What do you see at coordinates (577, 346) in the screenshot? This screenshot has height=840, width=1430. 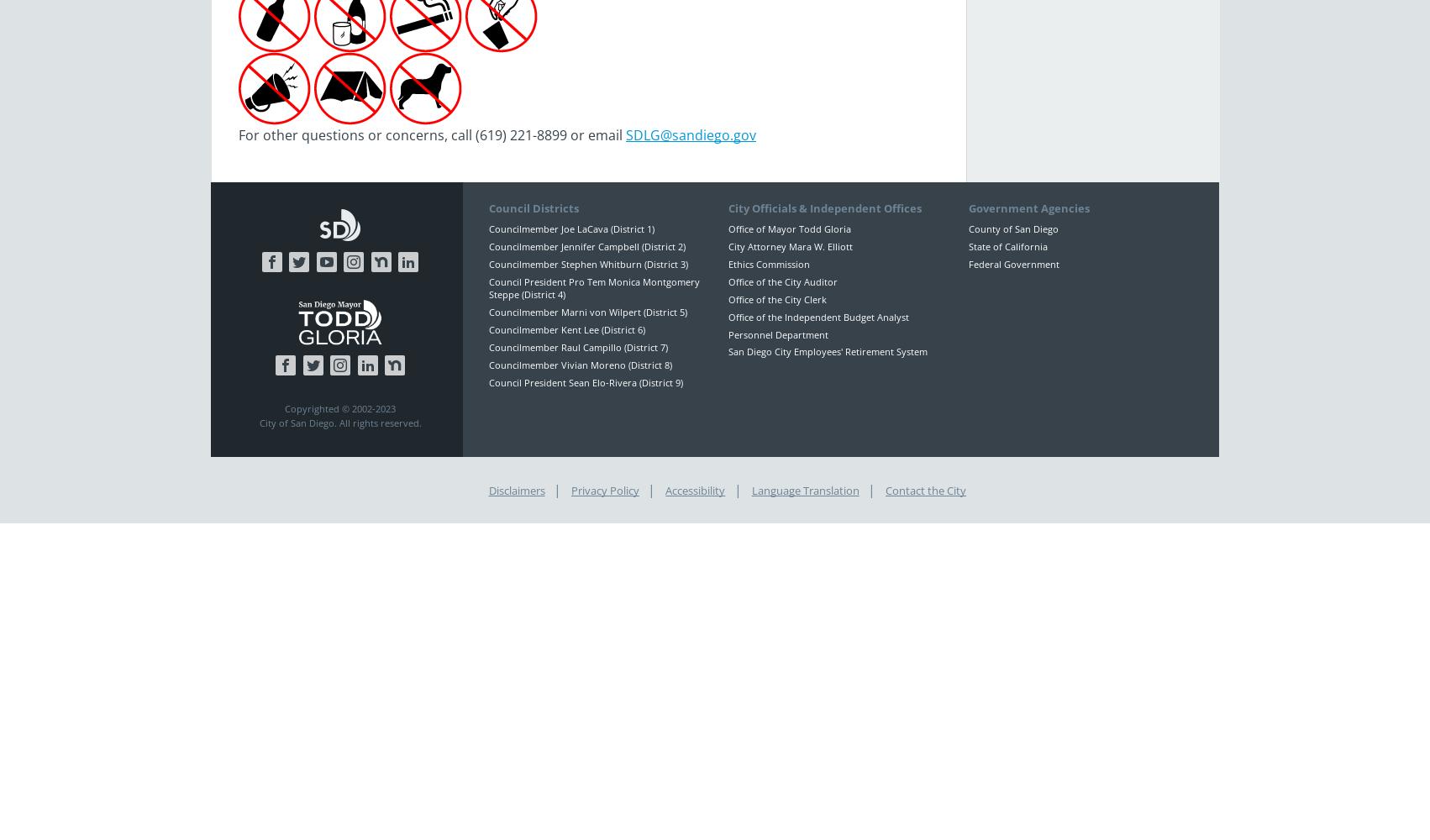 I see `'Councilmember Raul Campillo (District 7)'` at bounding box center [577, 346].